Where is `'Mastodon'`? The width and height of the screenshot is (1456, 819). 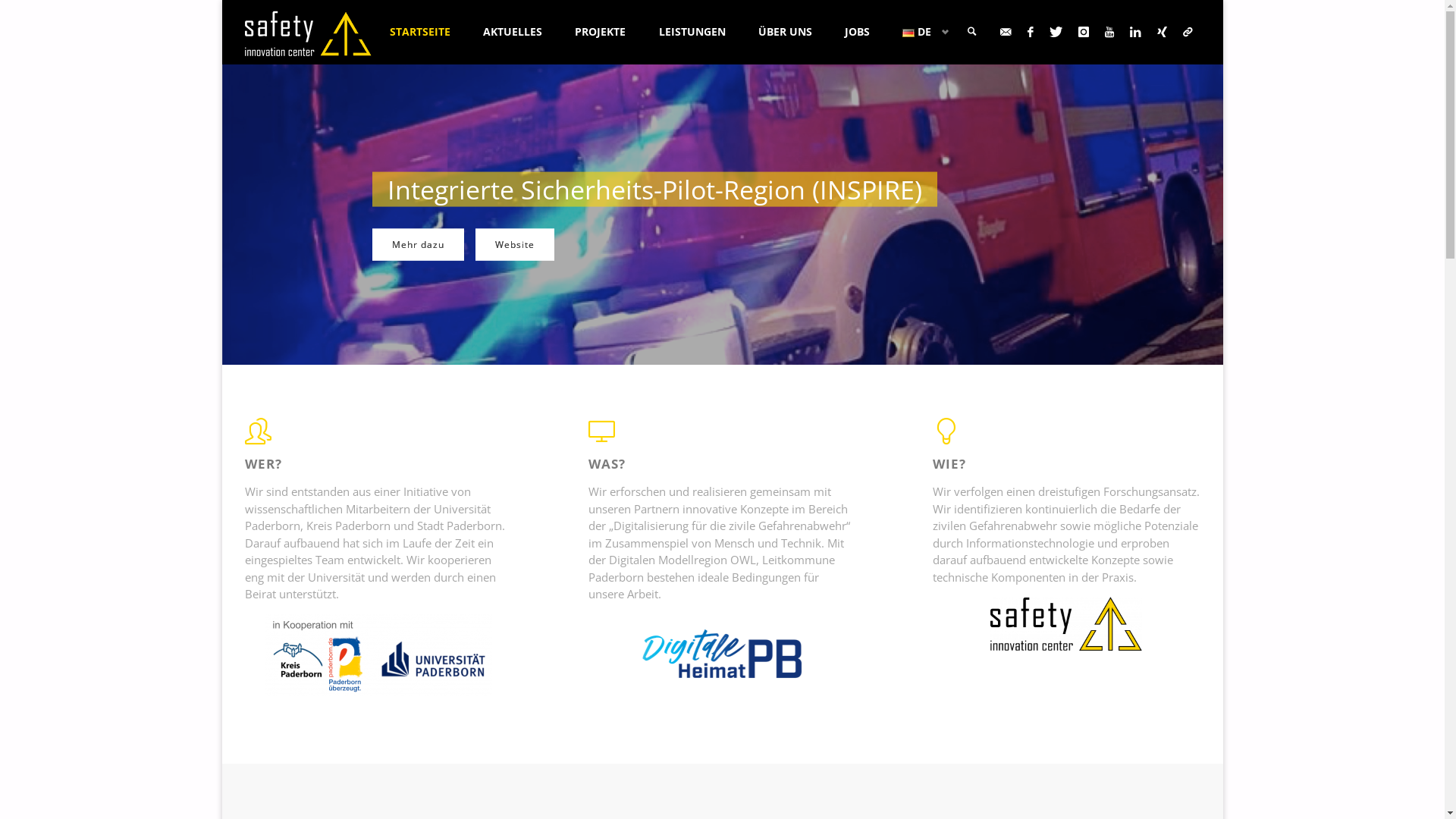 'Mastodon' is located at coordinates (1187, 32).